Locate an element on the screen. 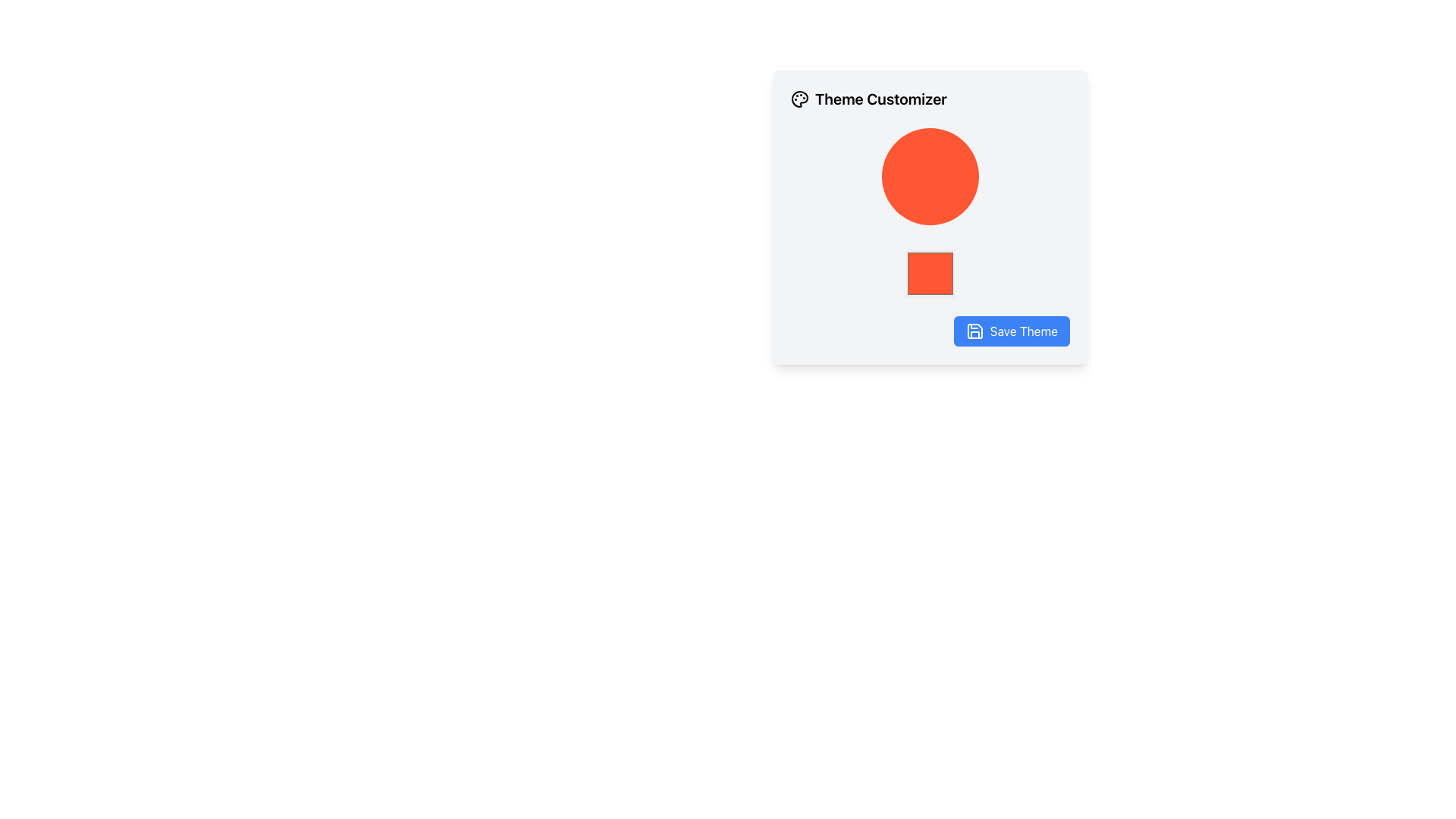 This screenshot has width=1456, height=819. text label 'Theme Customizer' from the Text and Icon Combination element located at the top-left corner of the card-like section is located at coordinates (930, 99).